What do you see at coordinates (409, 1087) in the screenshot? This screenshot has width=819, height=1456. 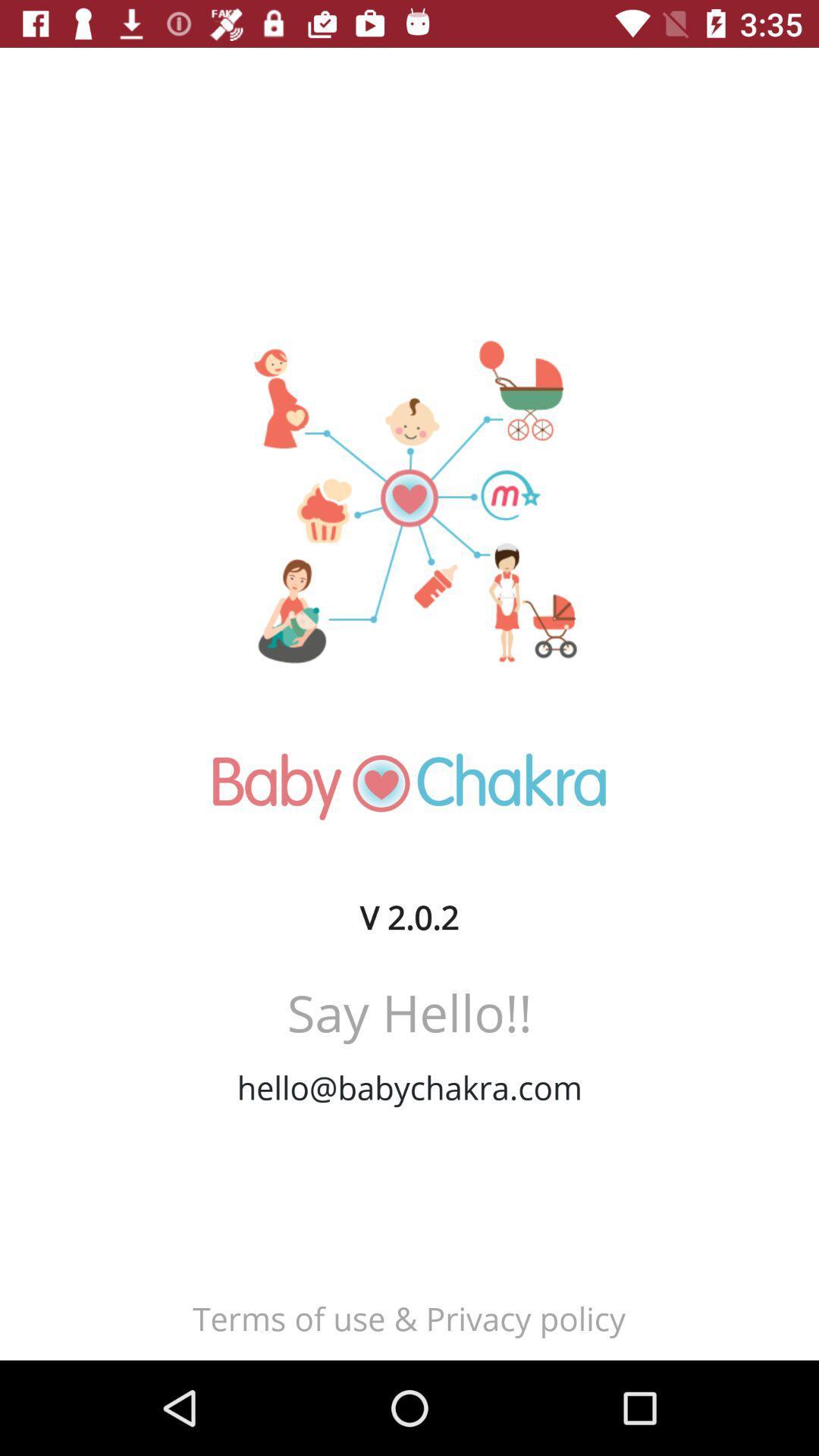 I see `the icon below say hello!! icon` at bounding box center [409, 1087].